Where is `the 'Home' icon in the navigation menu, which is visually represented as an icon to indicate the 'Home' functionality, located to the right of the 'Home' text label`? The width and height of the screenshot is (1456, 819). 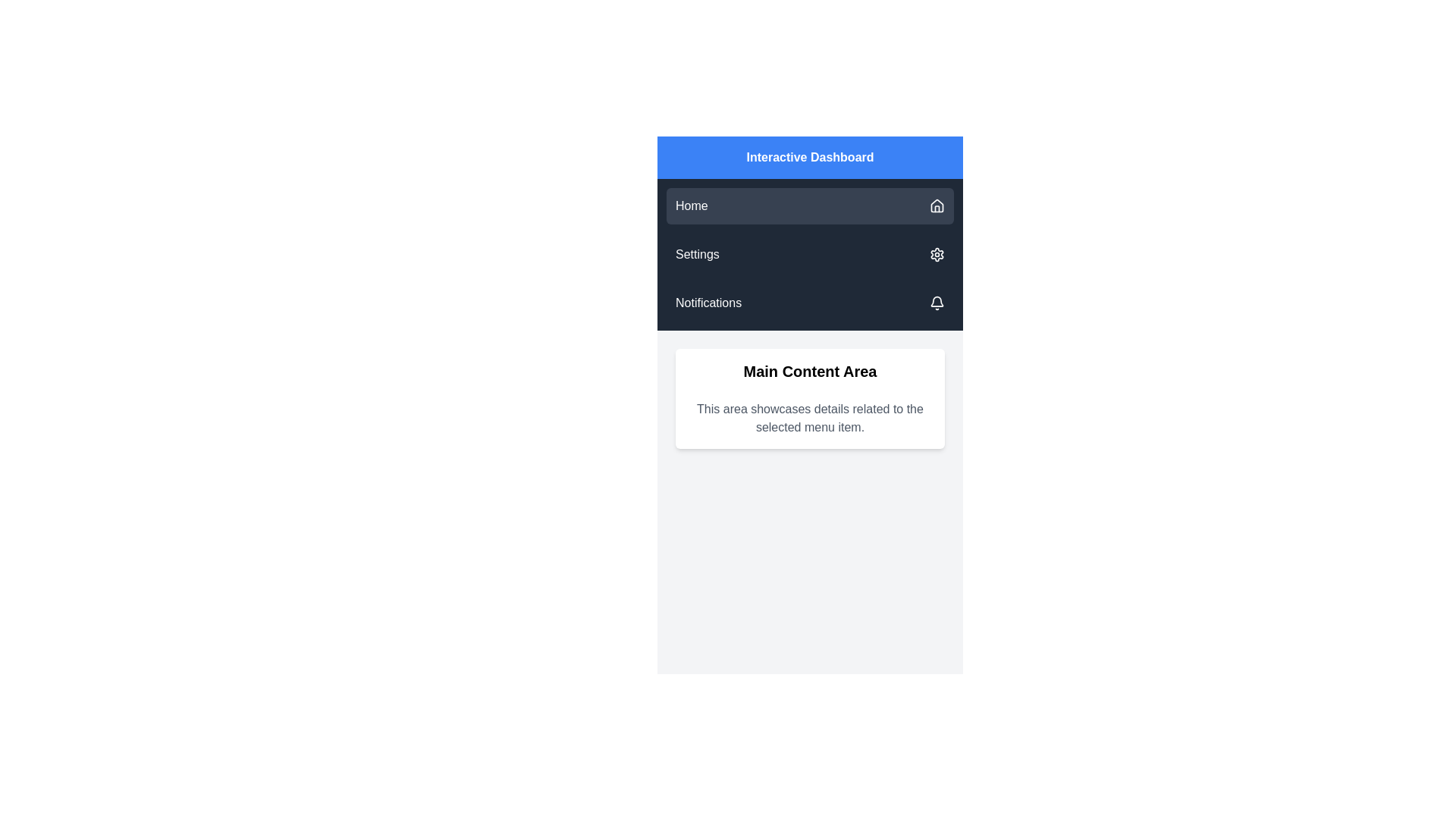 the 'Home' icon in the navigation menu, which is visually represented as an icon to indicate the 'Home' functionality, located to the right of the 'Home' text label is located at coordinates (937, 205).